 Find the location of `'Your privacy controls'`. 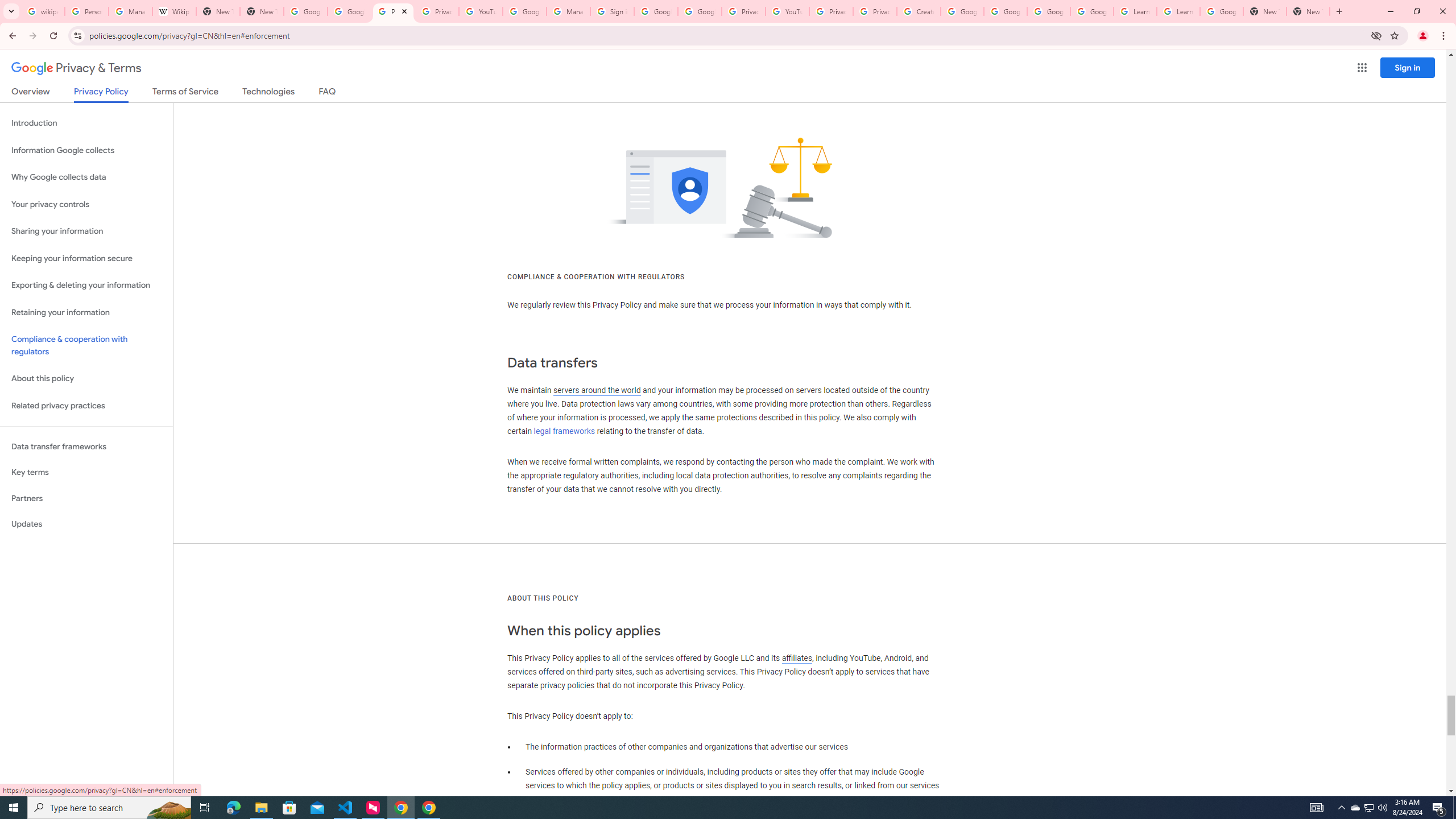

'Your privacy controls' is located at coordinates (86, 205).